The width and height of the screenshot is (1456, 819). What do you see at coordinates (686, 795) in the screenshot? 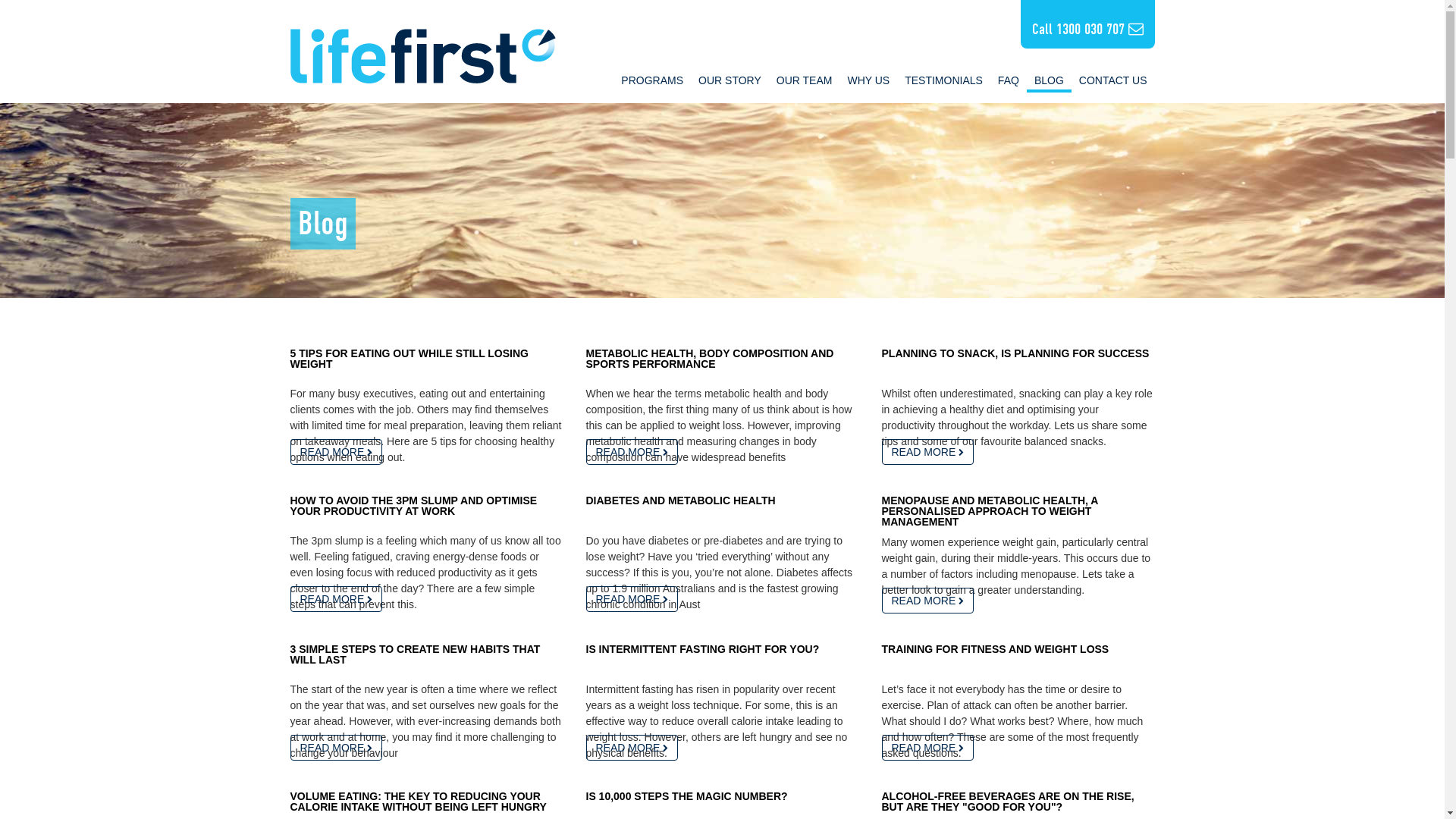
I see `'IS 10,000 STEPS THE MAGIC NUMBER?'` at bounding box center [686, 795].